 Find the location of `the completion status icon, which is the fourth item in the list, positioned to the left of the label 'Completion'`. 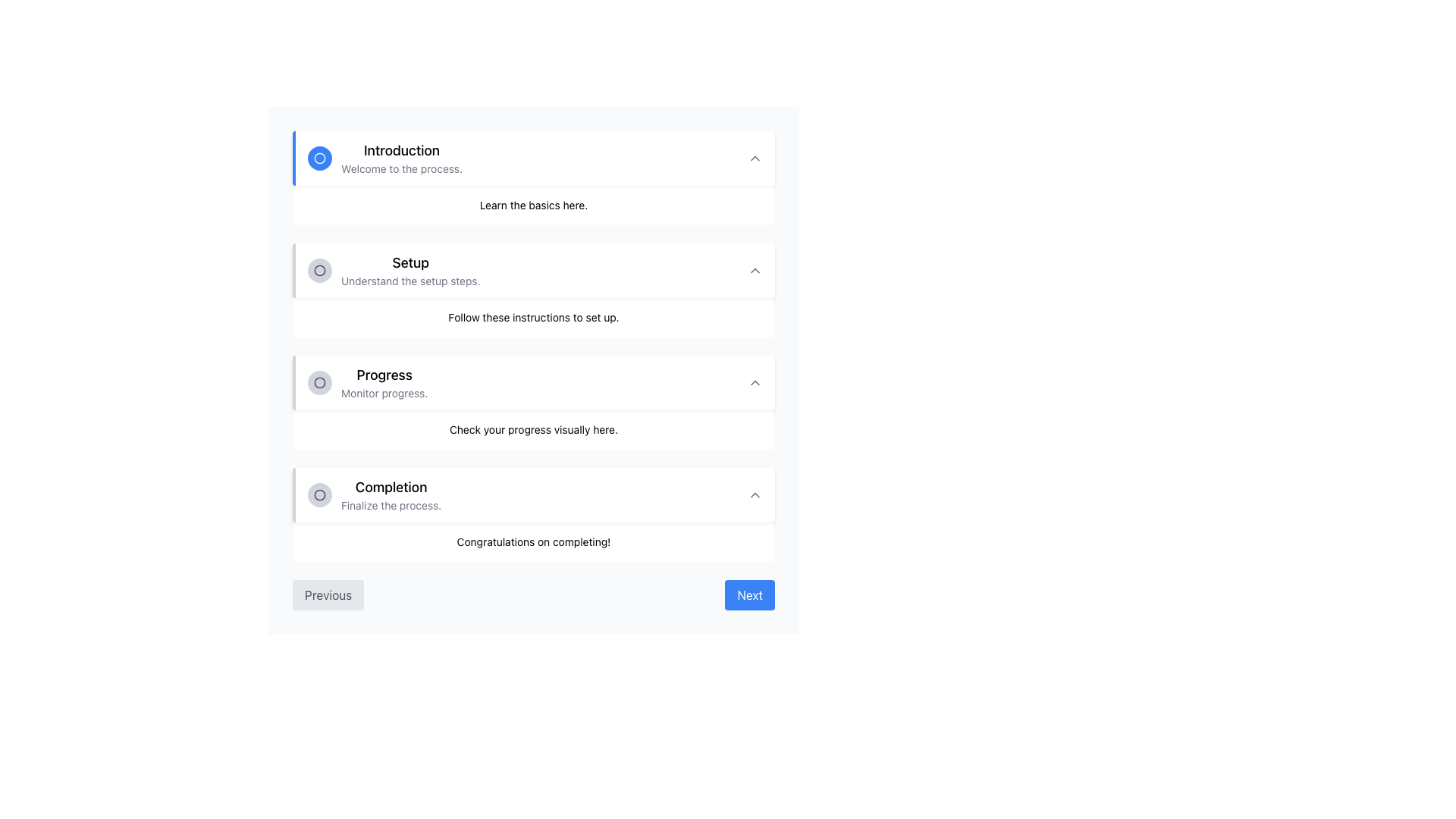

the completion status icon, which is the fourth item in the list, positioned to the left of the label 'Completion' is located at coordinates (319, 494).